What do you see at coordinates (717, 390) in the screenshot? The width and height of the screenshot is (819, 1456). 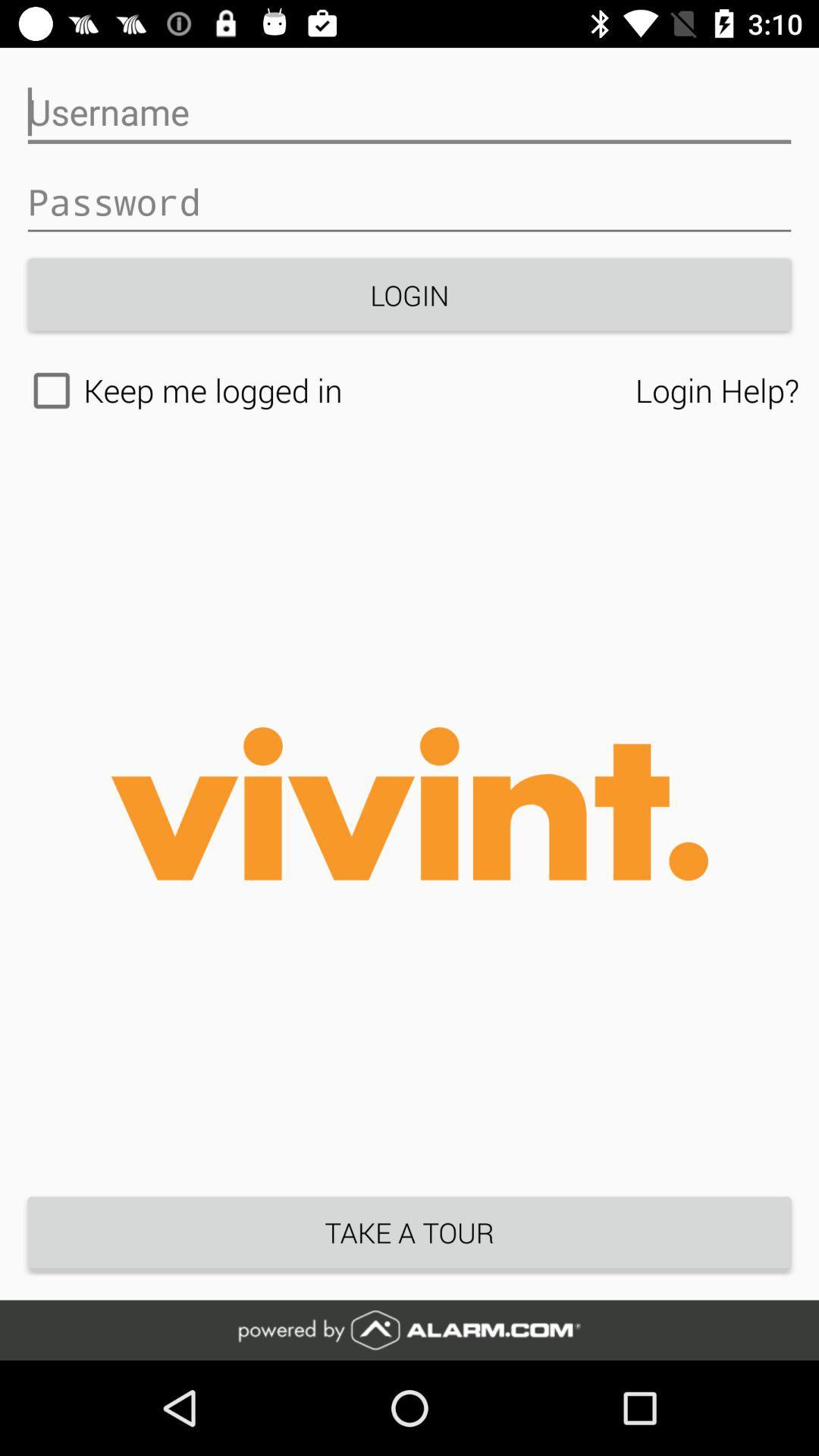 I see `the item at the top right corner` at bounding box center [717, 390].